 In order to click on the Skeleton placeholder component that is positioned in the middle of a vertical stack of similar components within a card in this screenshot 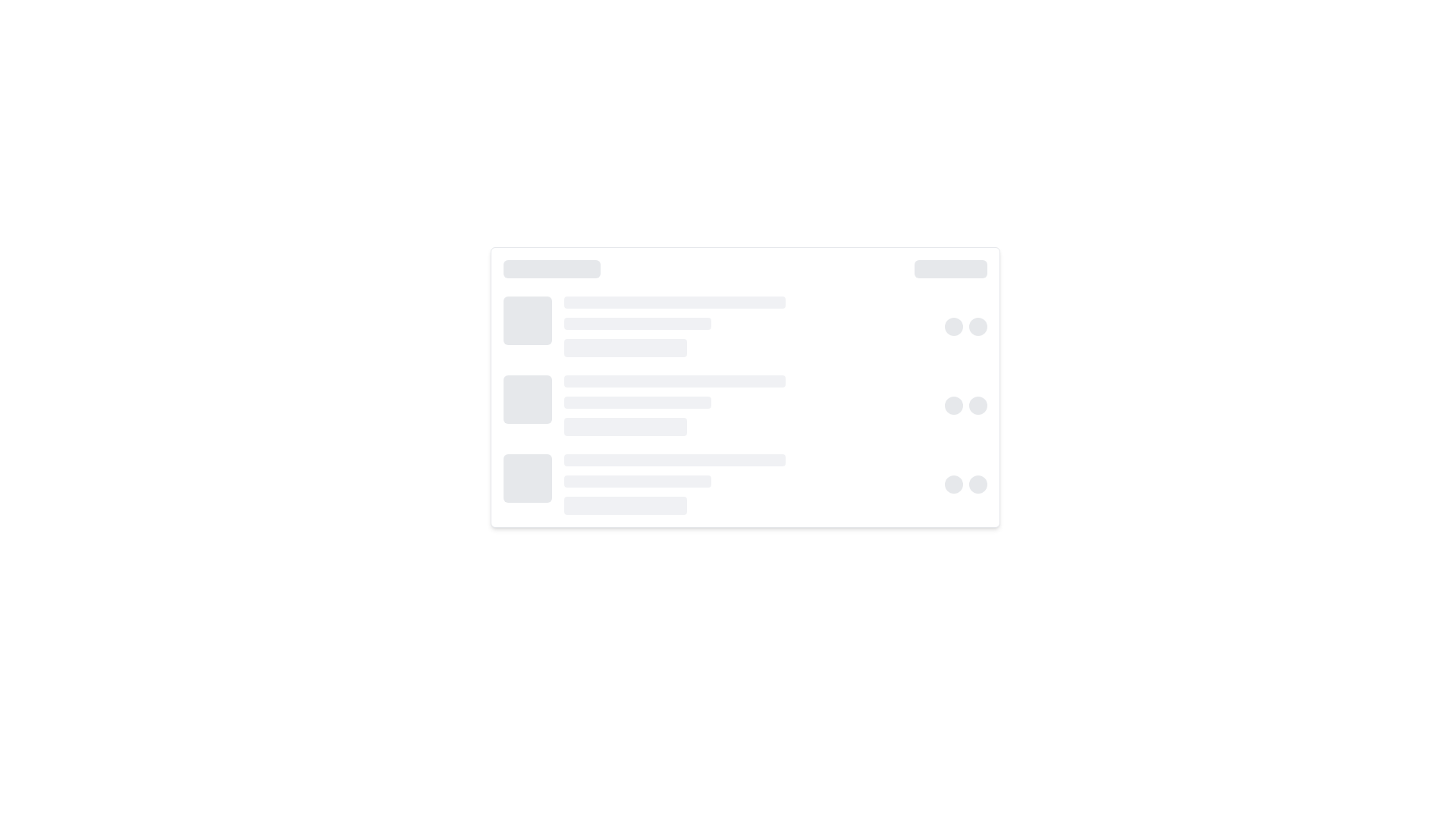, I will do `click(745, 405)`.